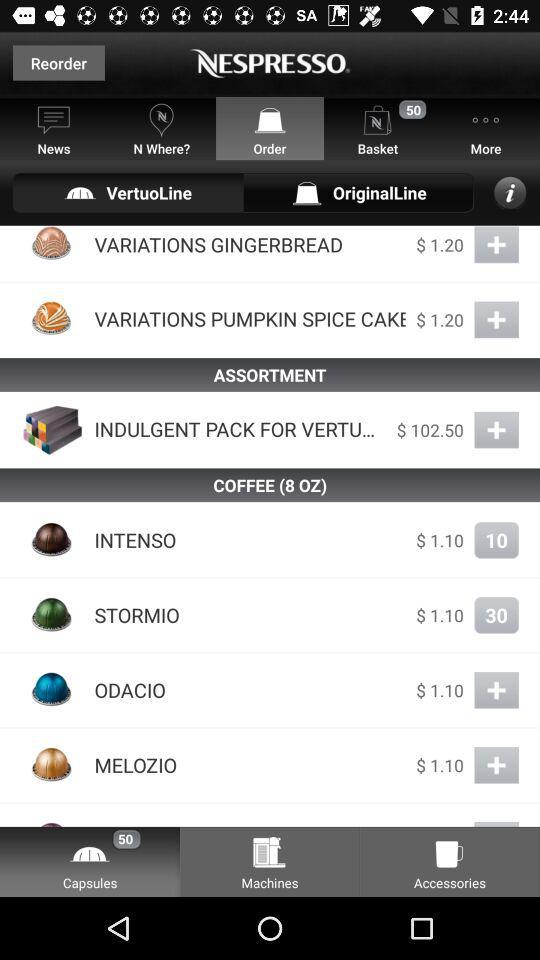 This screenshot has height=960, width=540. What do you see at coordinates (510, 192) in the screenshot?
I see `the info icon` at bounding box center [510, 192].